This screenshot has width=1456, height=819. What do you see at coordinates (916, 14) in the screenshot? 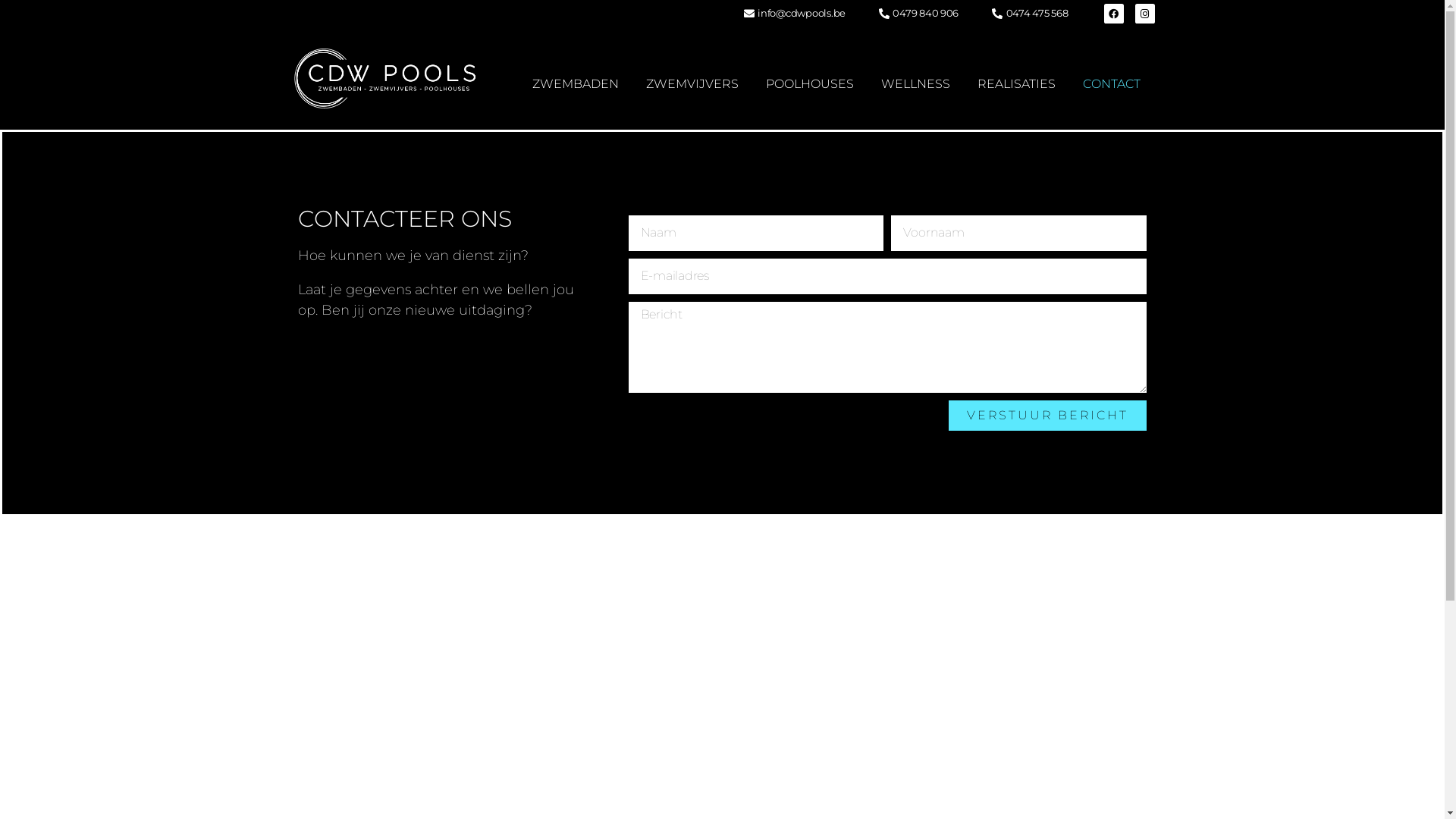
I see `'0479 840 906'` at bounding box center [916, 14].